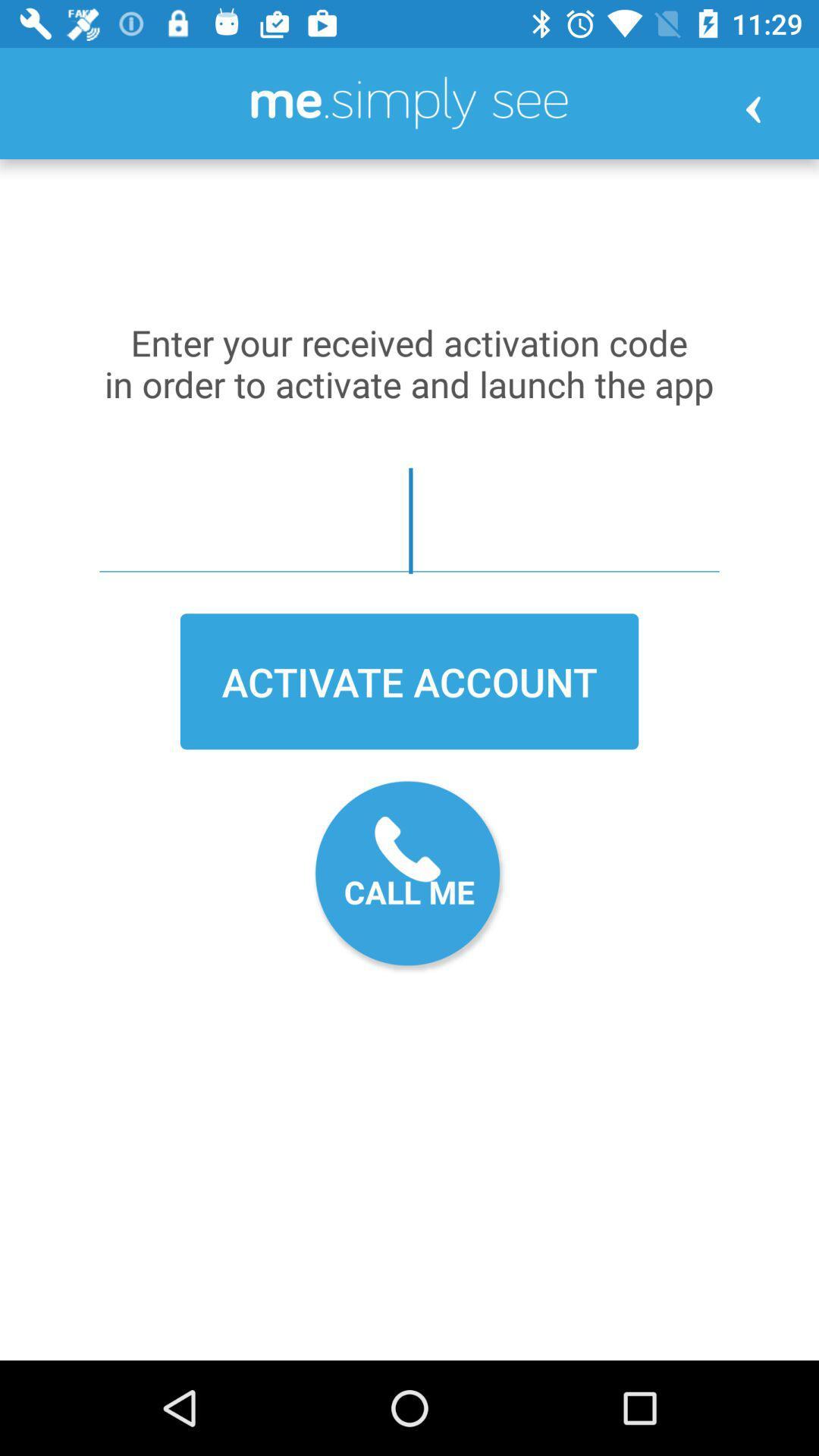  What do you see at coordinates (409, 877) in the screenshot?
I see `call me` at bounding box center [409, 877].